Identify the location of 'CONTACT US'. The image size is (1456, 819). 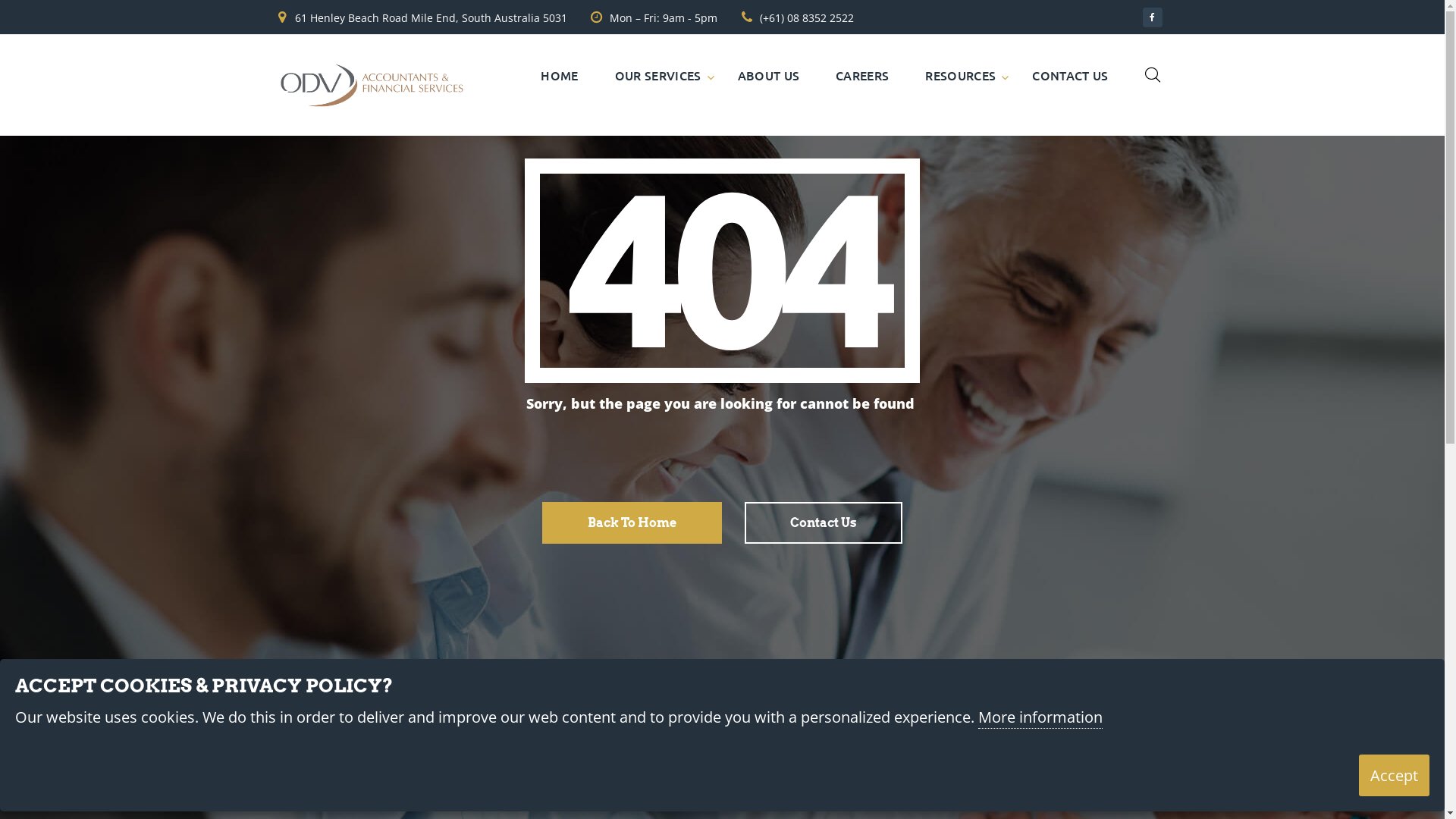
(1069, 75).